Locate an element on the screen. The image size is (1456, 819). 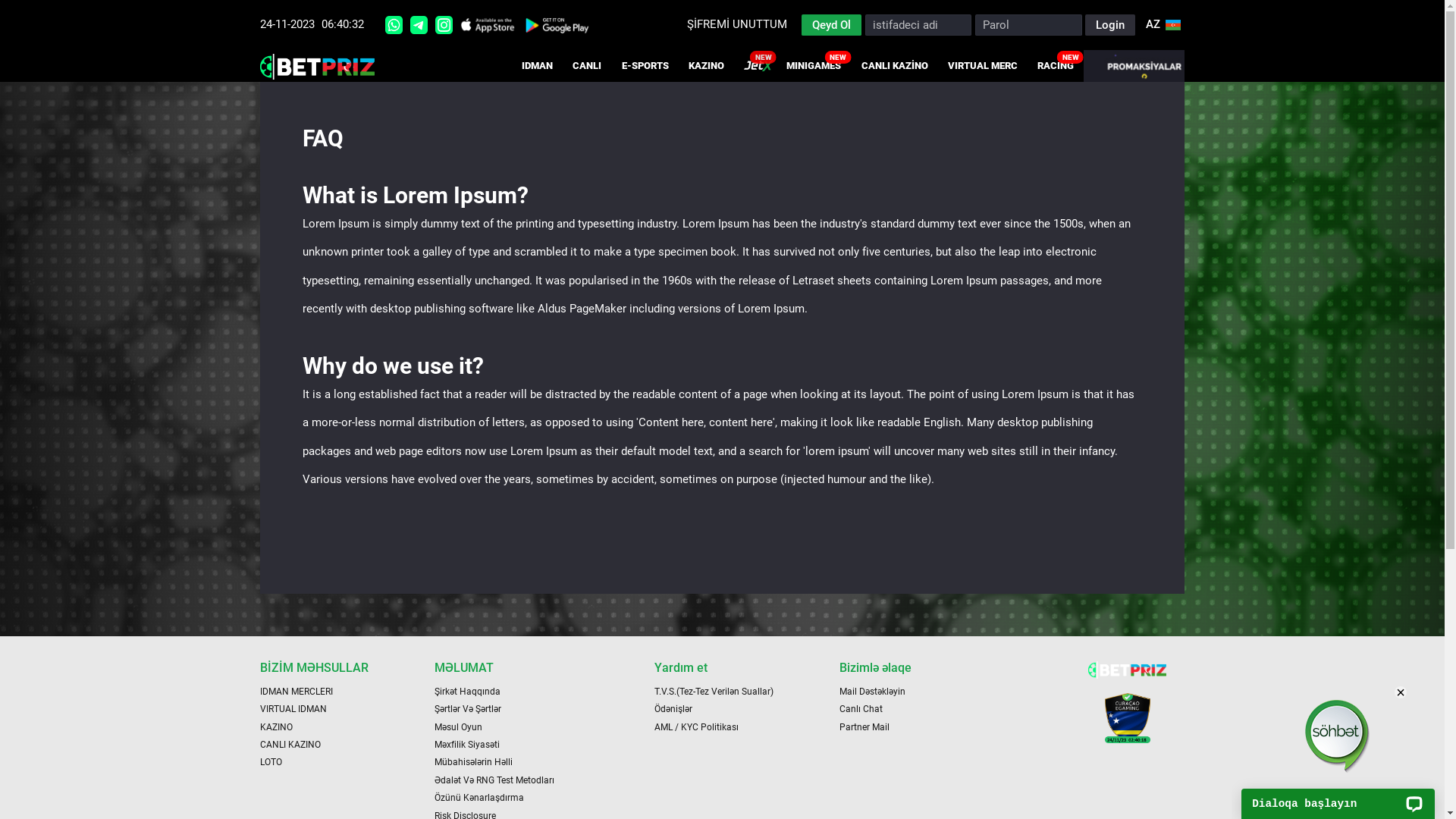
'PROMAKSIYALAR' is located at coordinates (1134, 65).